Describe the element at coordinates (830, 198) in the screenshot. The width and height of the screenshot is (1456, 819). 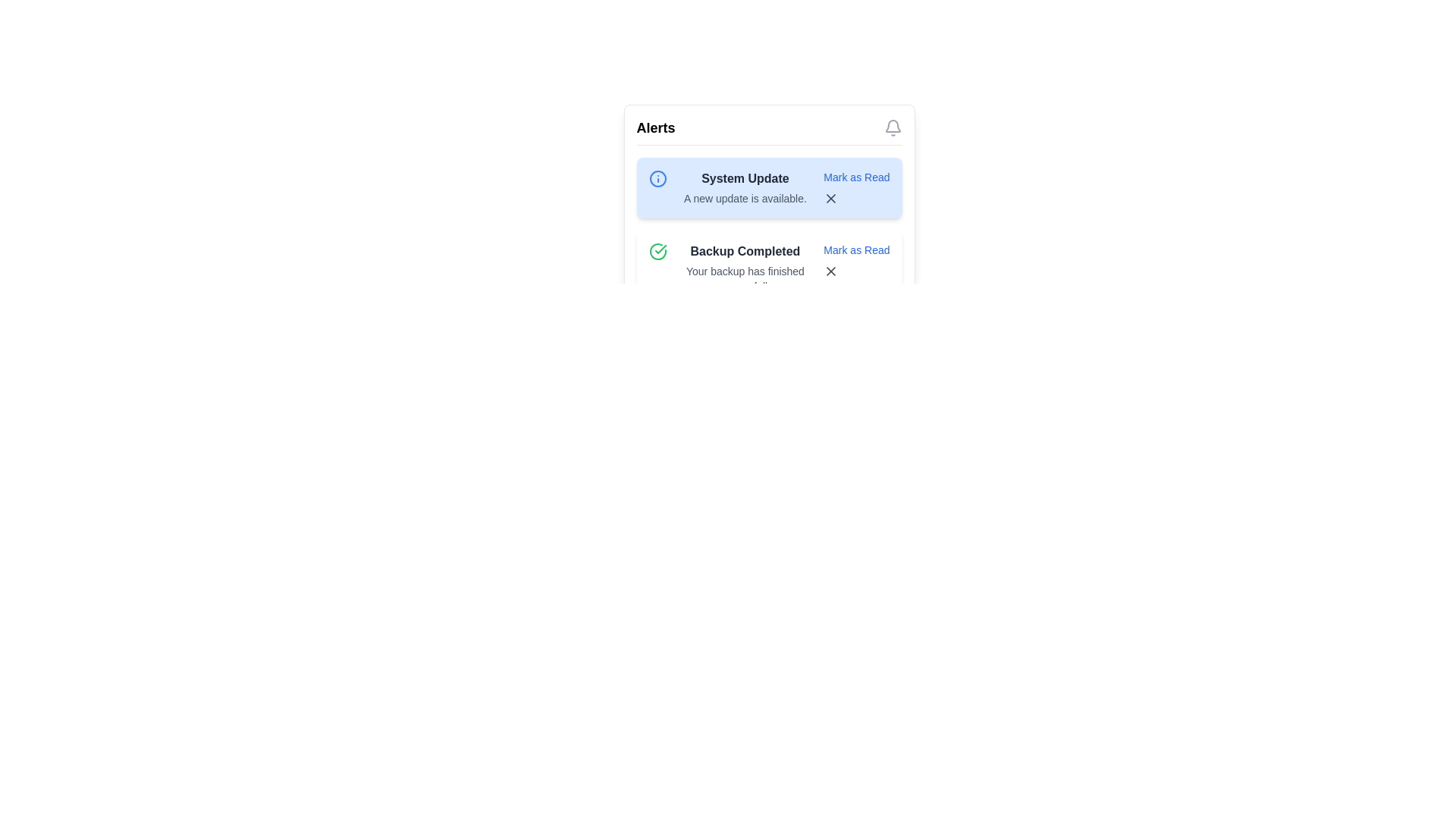
I see `the close icon button located in the top-right corner of the first blue alert entry` at that location.